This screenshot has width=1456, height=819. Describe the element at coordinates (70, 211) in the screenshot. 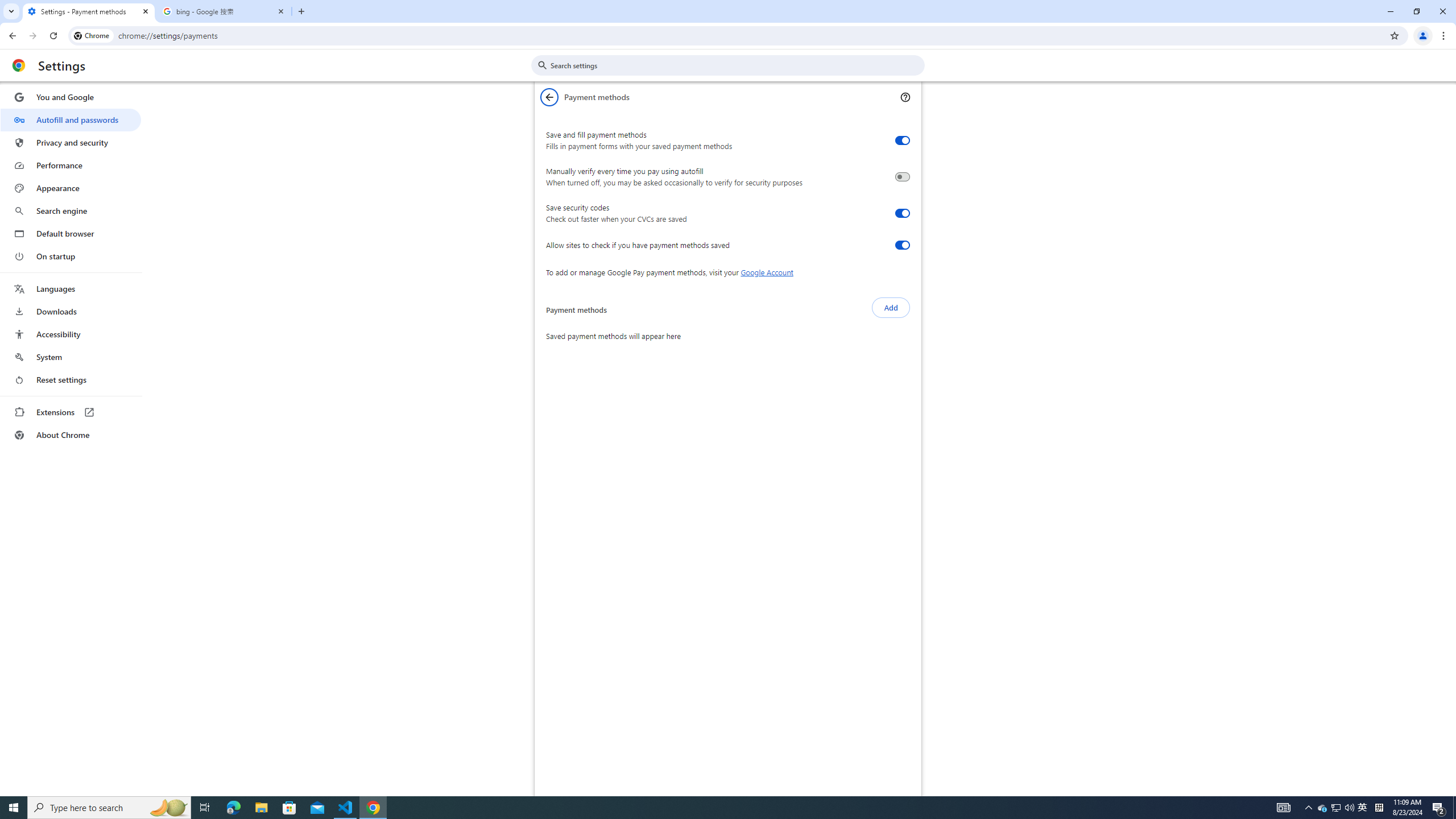

I see `'Search engine'` at that location.